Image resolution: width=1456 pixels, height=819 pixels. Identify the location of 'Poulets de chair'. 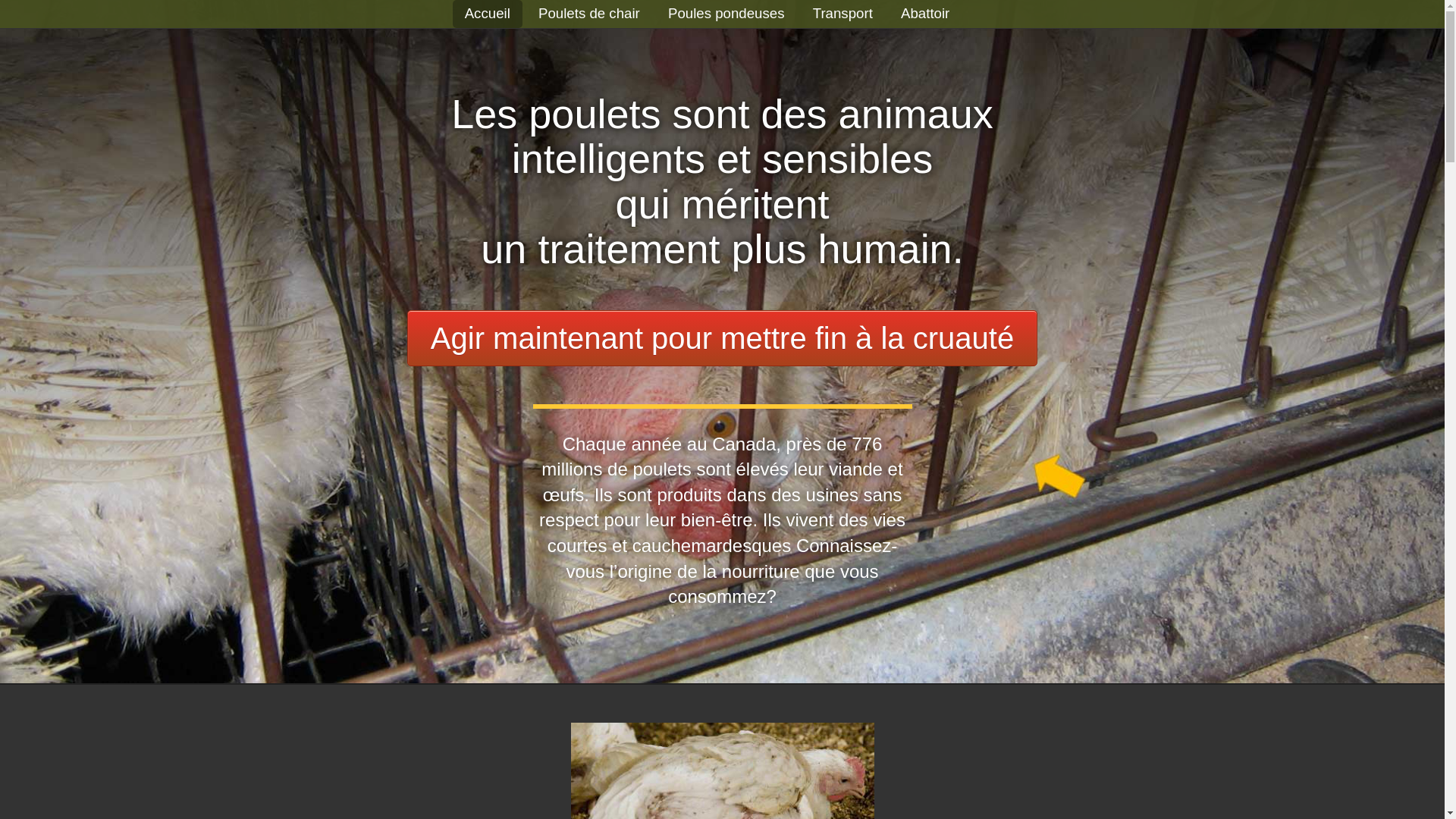
(538, 13).